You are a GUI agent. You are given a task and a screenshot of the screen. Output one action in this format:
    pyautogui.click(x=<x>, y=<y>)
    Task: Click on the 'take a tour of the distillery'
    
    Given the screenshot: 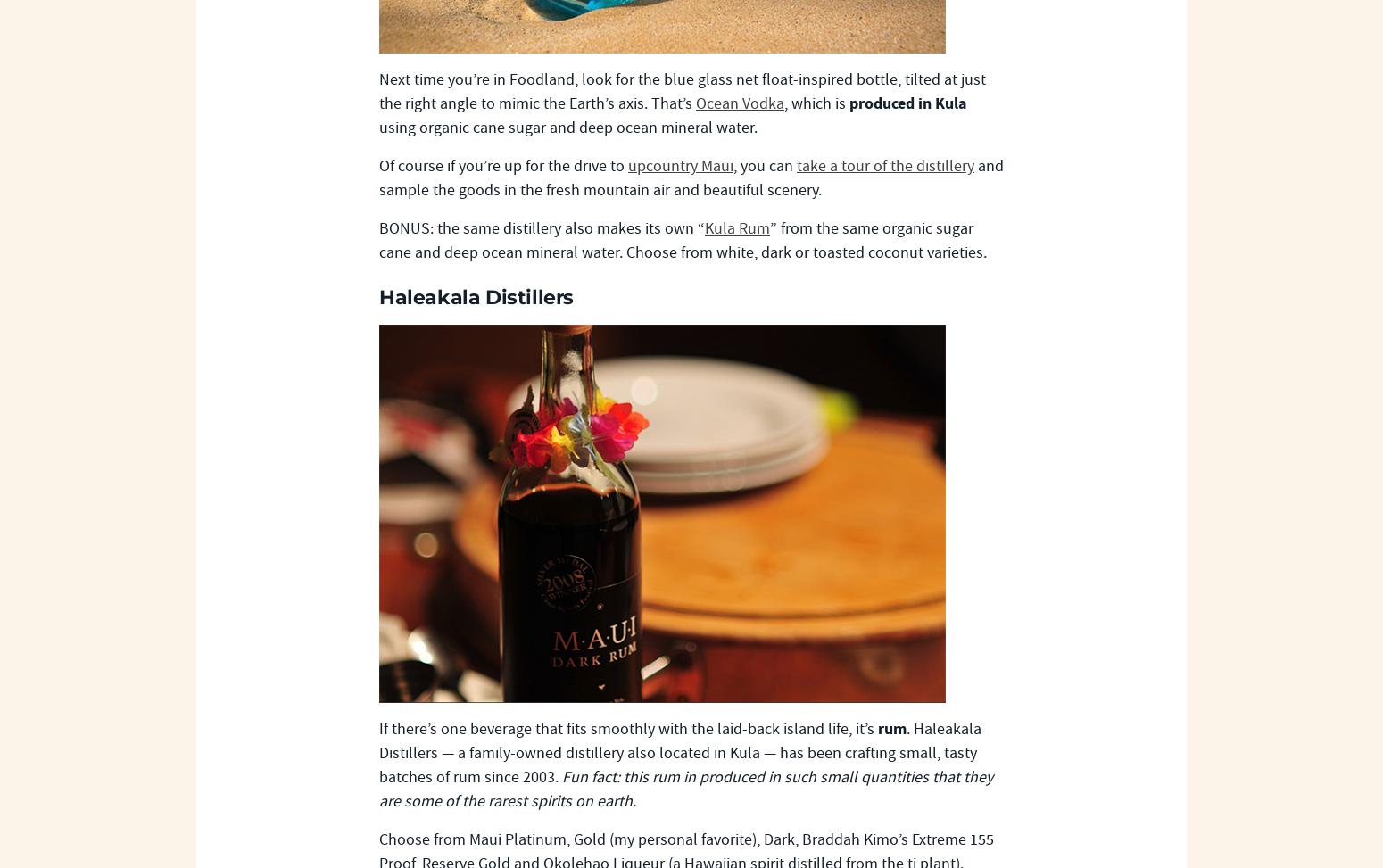 What is the action you would take?
    pyautogui.click(x=884, y=166)
    